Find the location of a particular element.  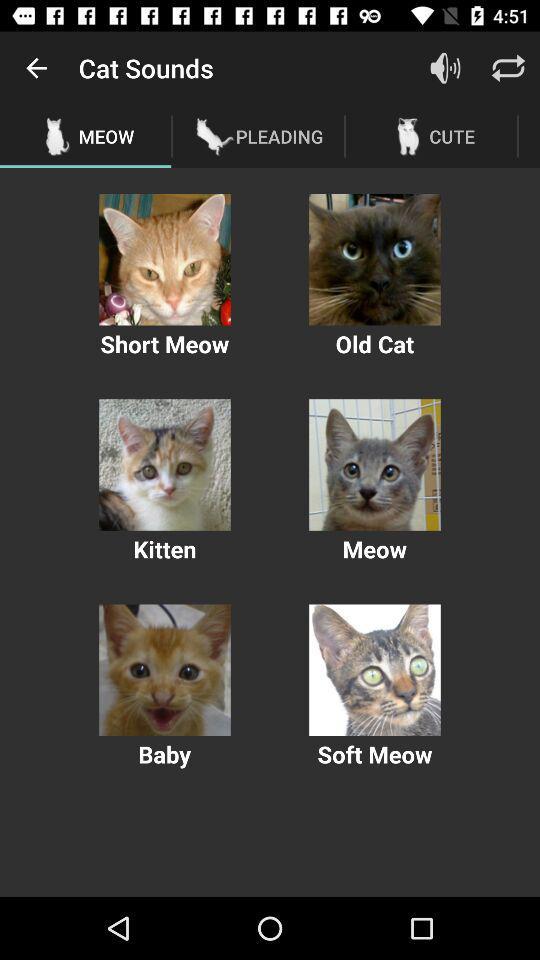

item to the right of pleading is located at coordinates (445, 68).